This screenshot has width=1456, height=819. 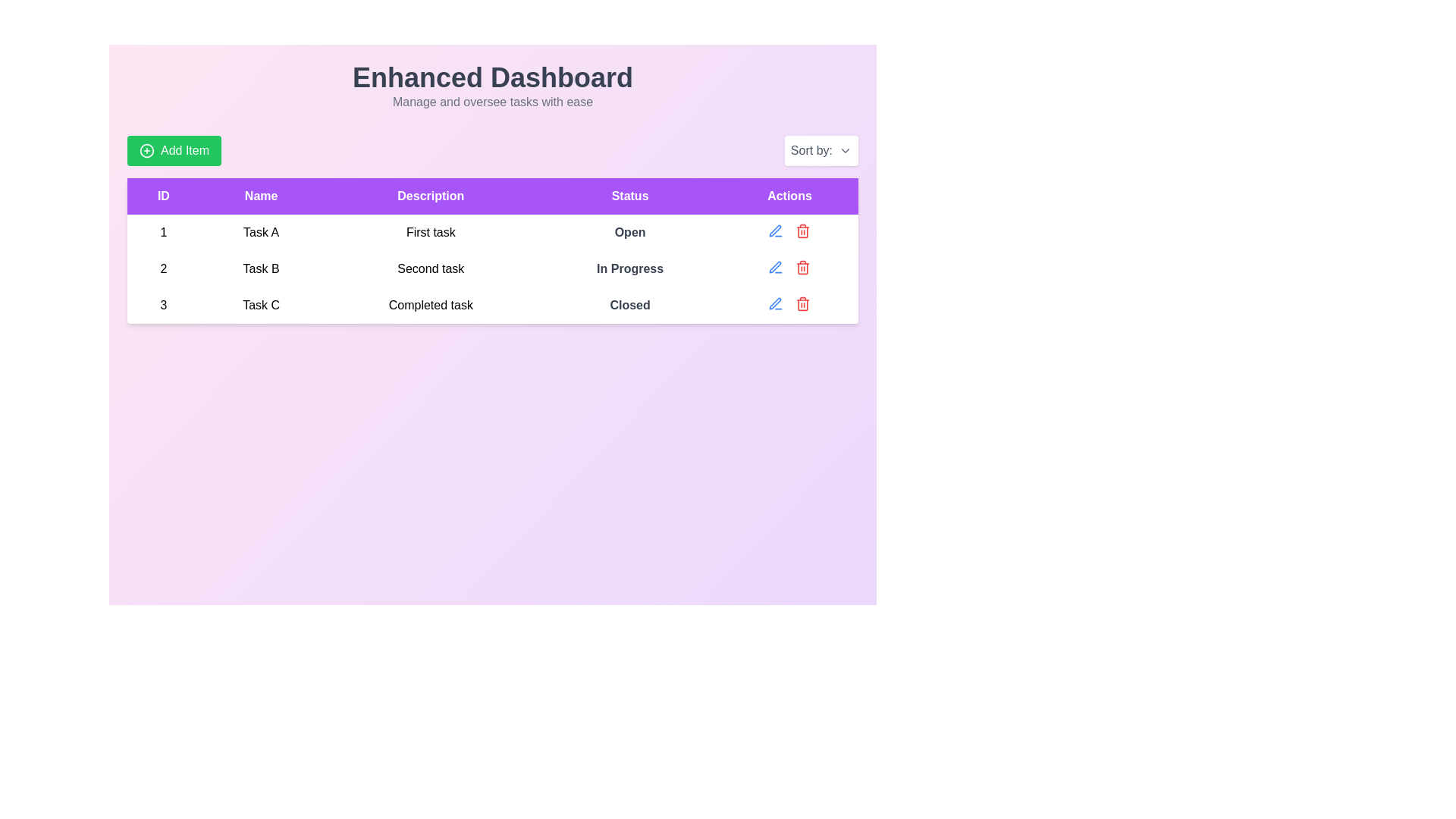 What do you see at coordinates (630, 305) in the screenshot?
I see `the status indicator text label in the 'Status' column of the third row for 'Task C', which indicates the task is currently closed` at bounding box center [630, 305].